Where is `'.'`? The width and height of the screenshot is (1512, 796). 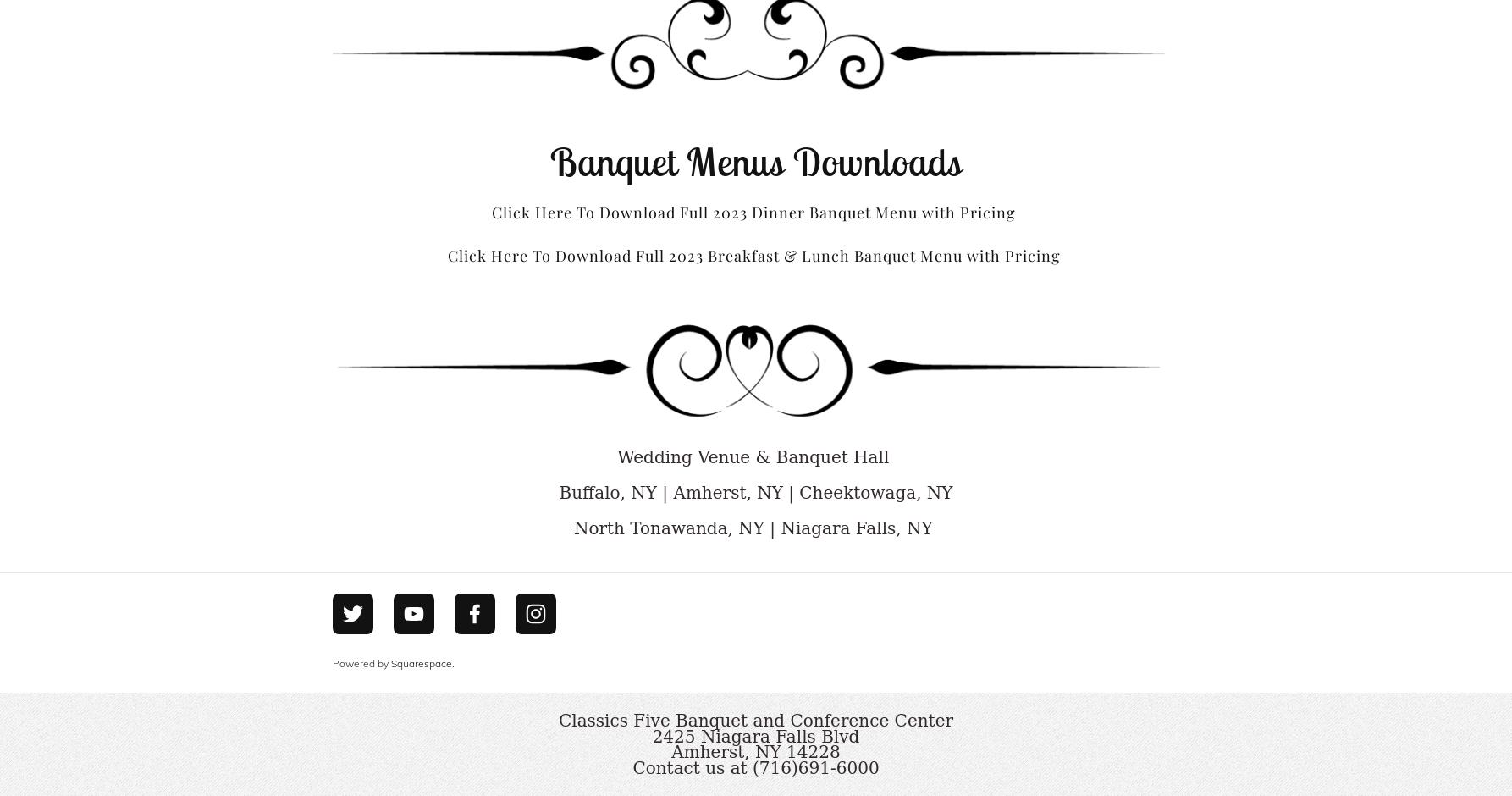 '.' is located at coordinates (452, 661).